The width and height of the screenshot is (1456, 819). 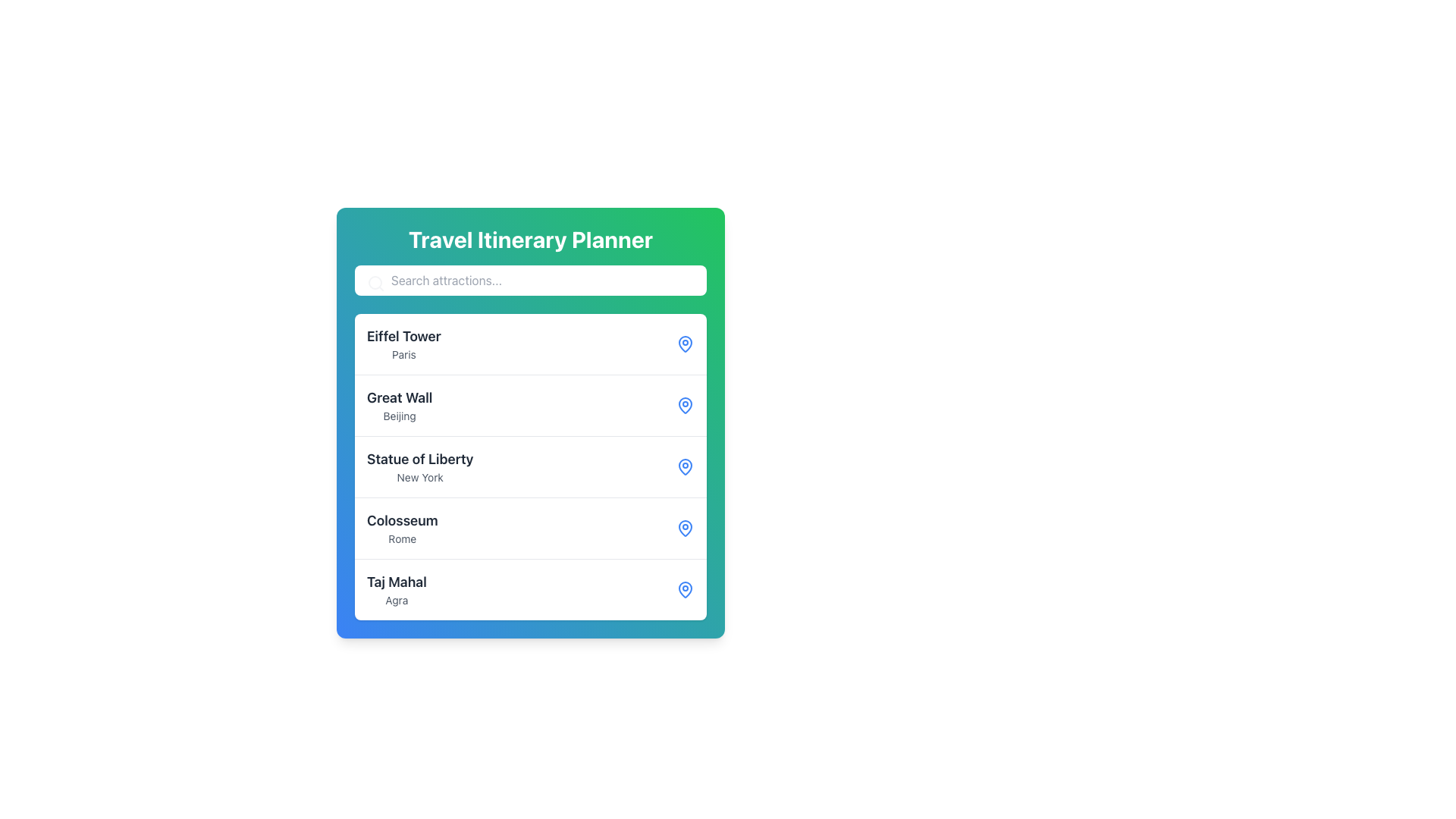 What do you see at coordinates (531, 403) in the screenshot?
I see `to select the list item labeled 'Great Wall' located in the 'Travel Itinerary Planner' beneath 'Eiffel Tower' and above 'Statue of Liberty'` at bounding box center [531, 403].